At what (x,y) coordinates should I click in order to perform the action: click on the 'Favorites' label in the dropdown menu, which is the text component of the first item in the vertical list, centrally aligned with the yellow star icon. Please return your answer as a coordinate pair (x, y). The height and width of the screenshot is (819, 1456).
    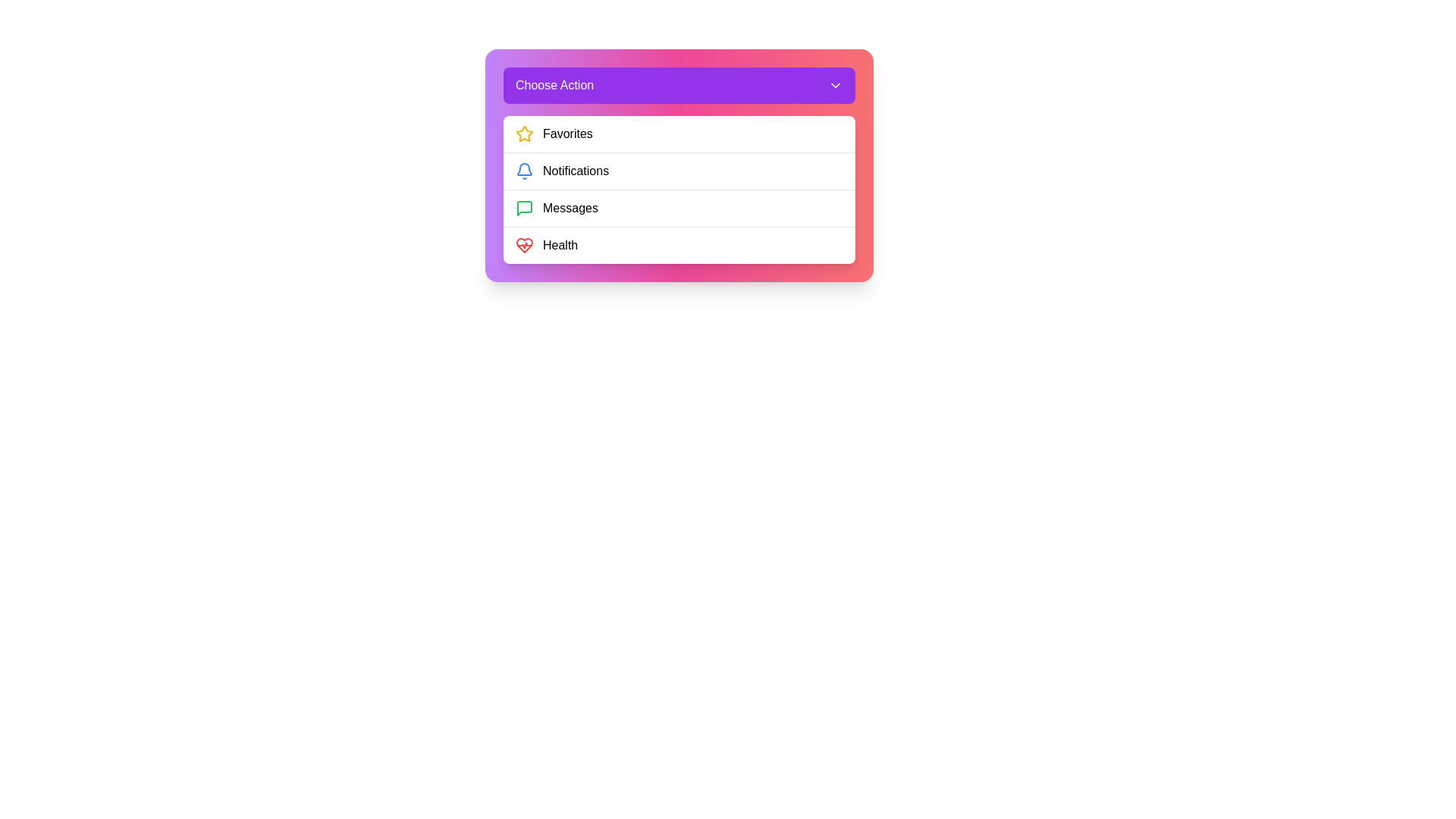
    Looking at the image, I should click on (566, 133).